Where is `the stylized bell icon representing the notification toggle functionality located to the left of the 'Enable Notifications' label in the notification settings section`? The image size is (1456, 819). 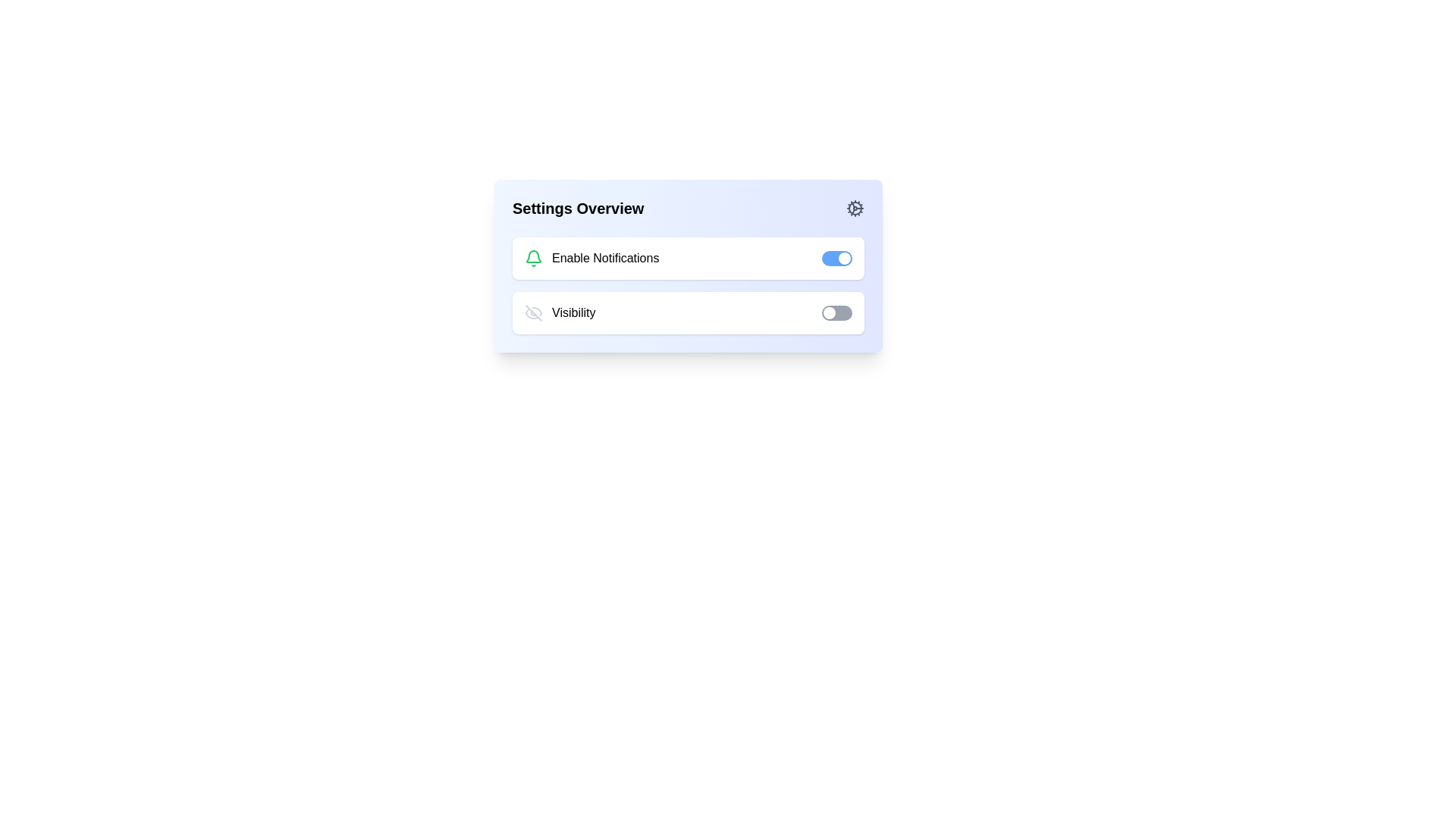
the stylized bell icon representing the notification toggle functionality located to the left of the 'Enable Notifications' label in the notification settings section is located at coordinates (534, 257).